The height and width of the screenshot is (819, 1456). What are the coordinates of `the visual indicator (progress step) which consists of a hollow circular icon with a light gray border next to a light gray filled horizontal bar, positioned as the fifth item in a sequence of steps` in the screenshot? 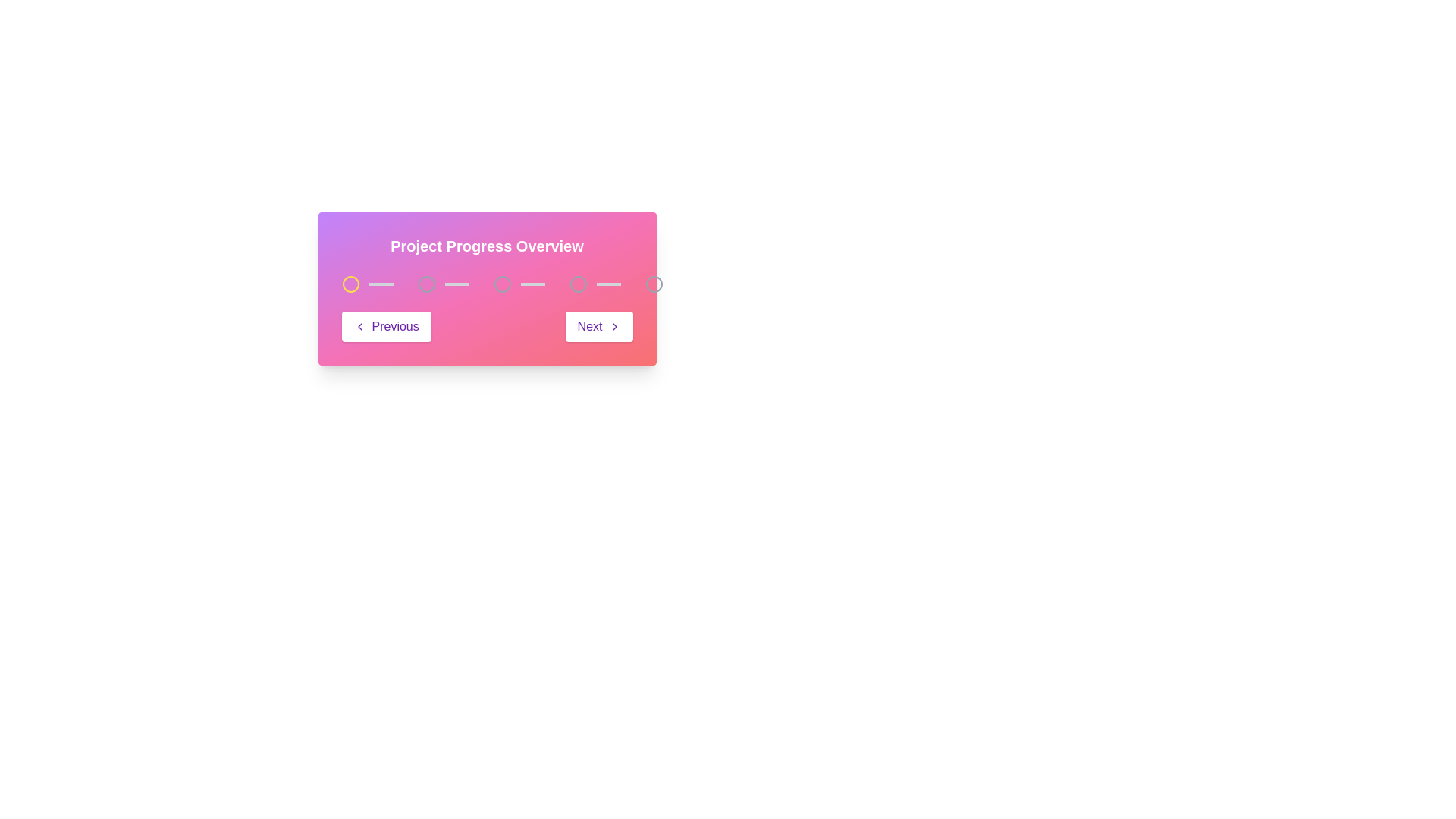 It's located at (594, 284).